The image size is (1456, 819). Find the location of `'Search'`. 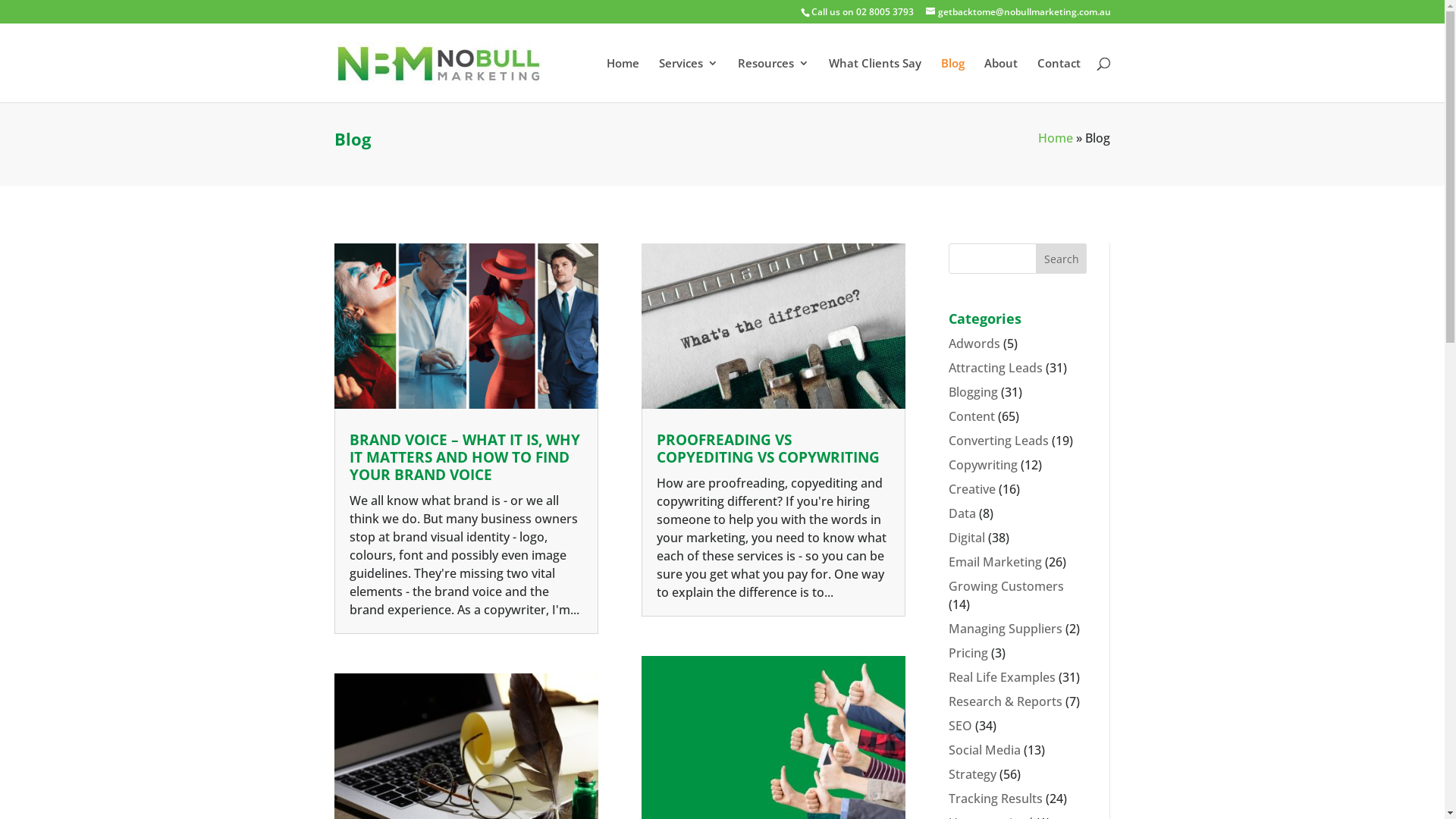

'Search' is located at coordinates (1061, 257).